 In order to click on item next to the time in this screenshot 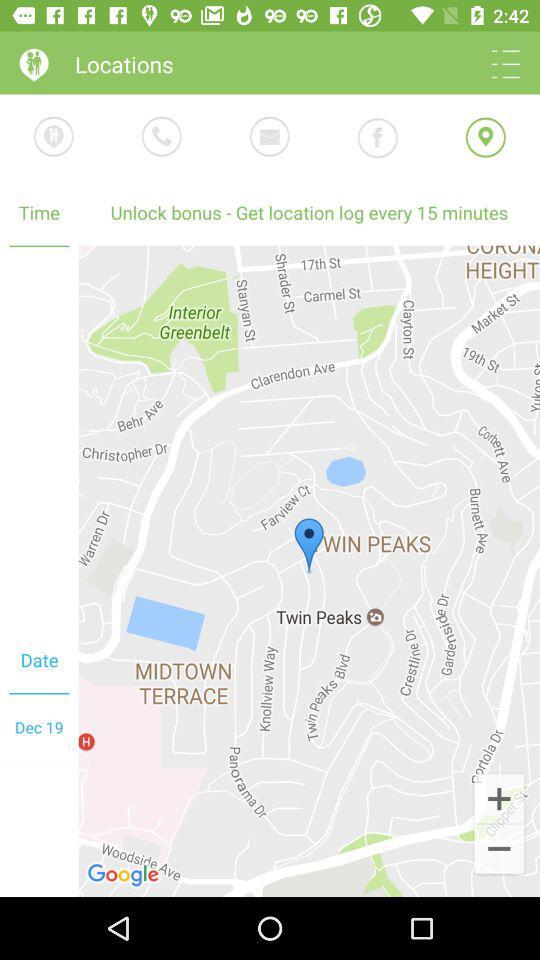, I will do `click(309, 571)`.